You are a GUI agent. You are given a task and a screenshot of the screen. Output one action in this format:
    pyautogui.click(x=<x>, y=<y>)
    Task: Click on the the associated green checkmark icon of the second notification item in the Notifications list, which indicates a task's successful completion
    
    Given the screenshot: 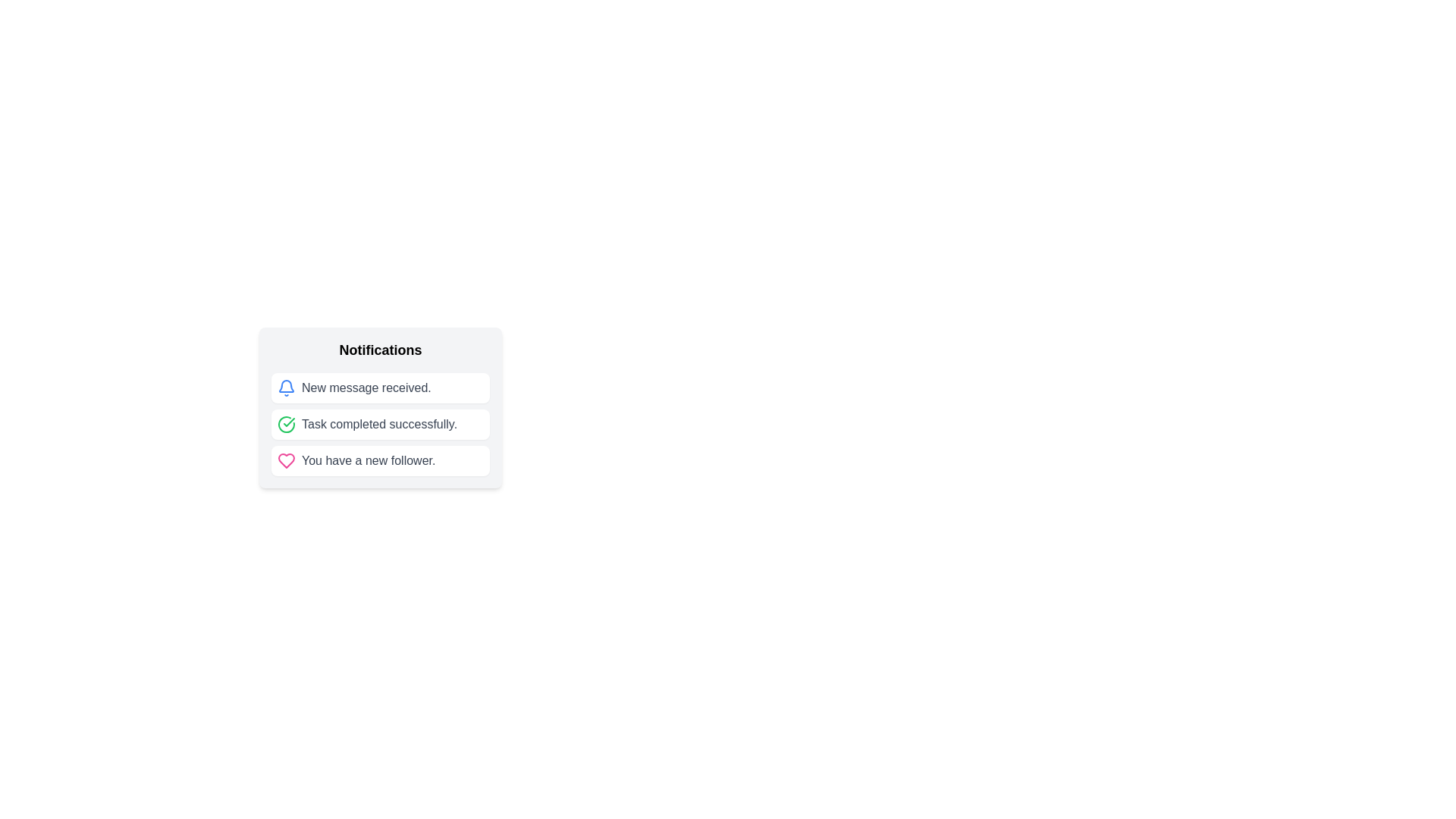 What is the action you would take?
    pyautogui.click(x=381, y=424)
    